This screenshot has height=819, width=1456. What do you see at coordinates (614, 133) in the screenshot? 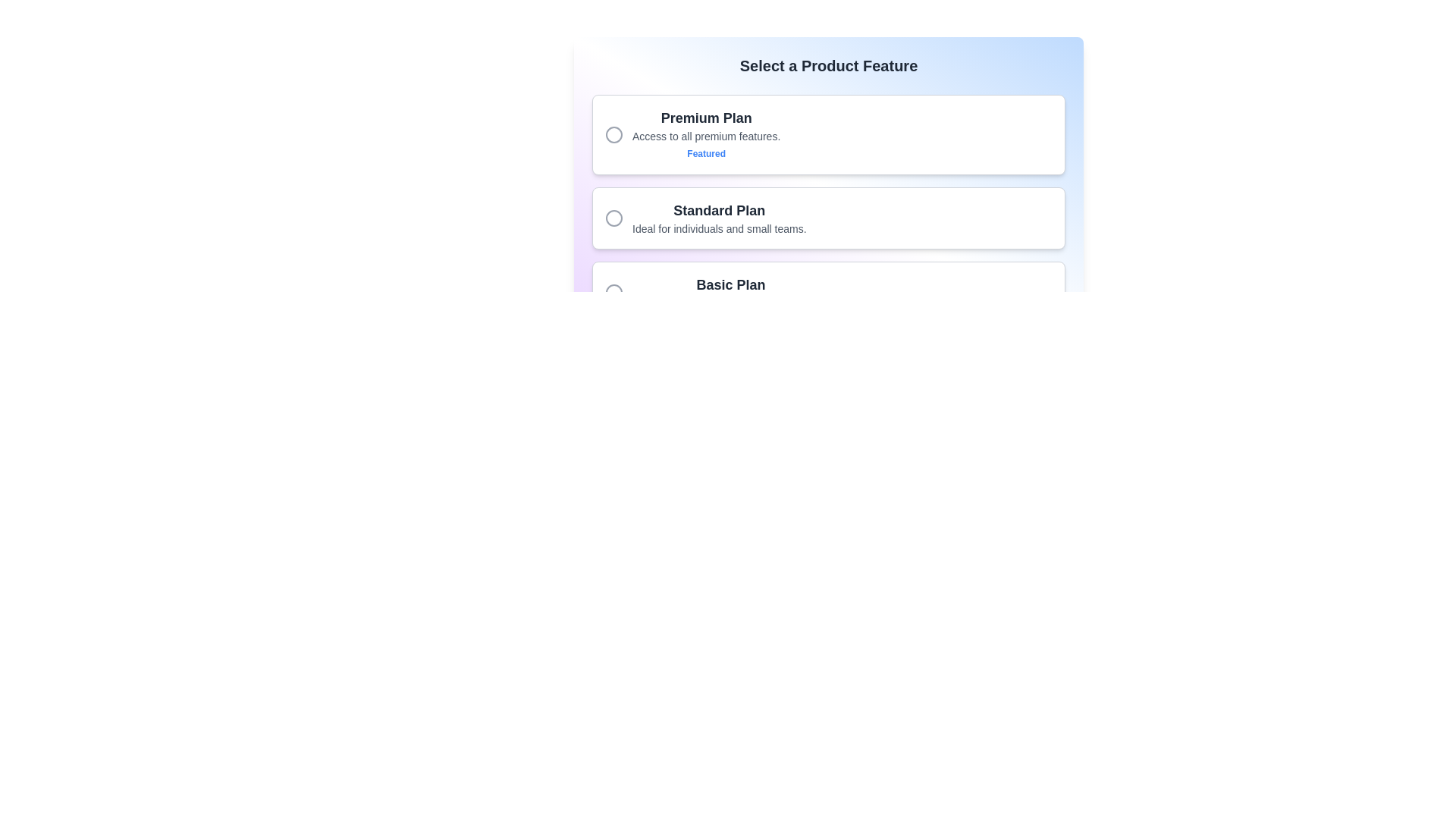
I see `the circular outline of the 'Premium Plan' radio button` at bounding box center [614, 133].